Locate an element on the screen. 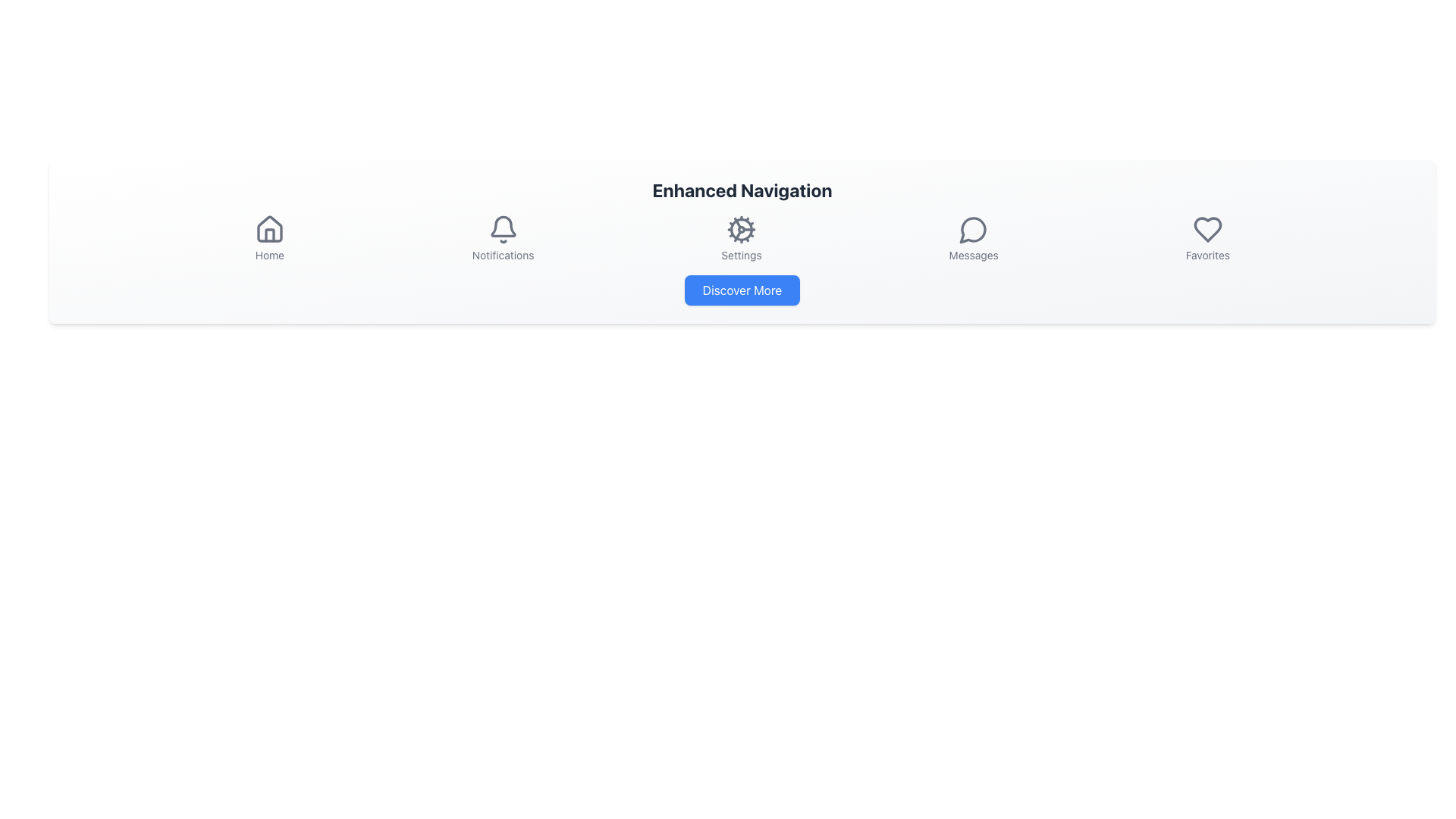 The width and height of the screenshot is (1456, 819). the 'Settings' icon, which is located at the center of the circular cogwheel graphic representing configuration options is located at coordinates (742, 230).